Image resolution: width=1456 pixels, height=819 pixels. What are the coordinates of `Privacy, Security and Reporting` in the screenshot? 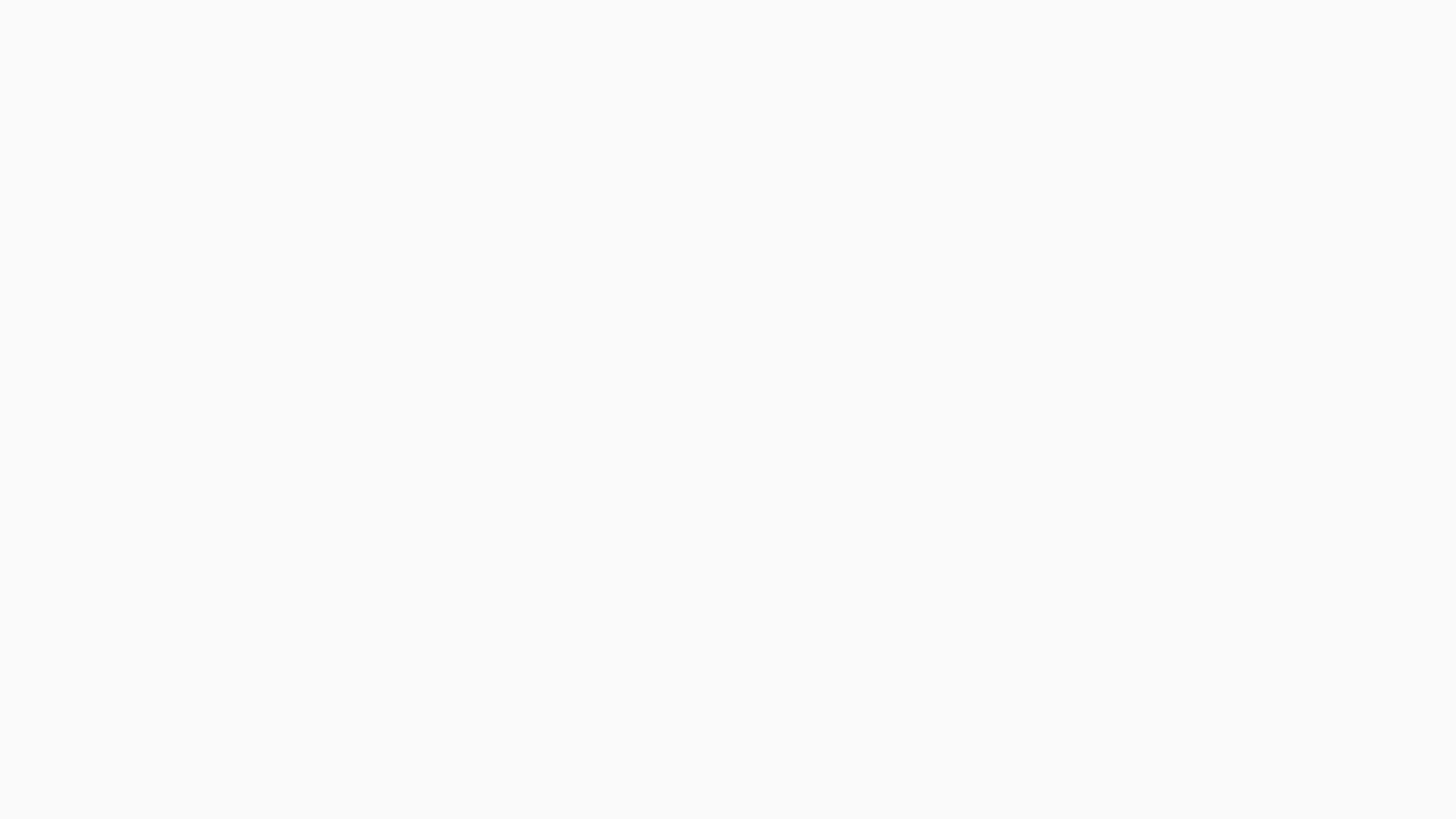 It's located at (136, 187).